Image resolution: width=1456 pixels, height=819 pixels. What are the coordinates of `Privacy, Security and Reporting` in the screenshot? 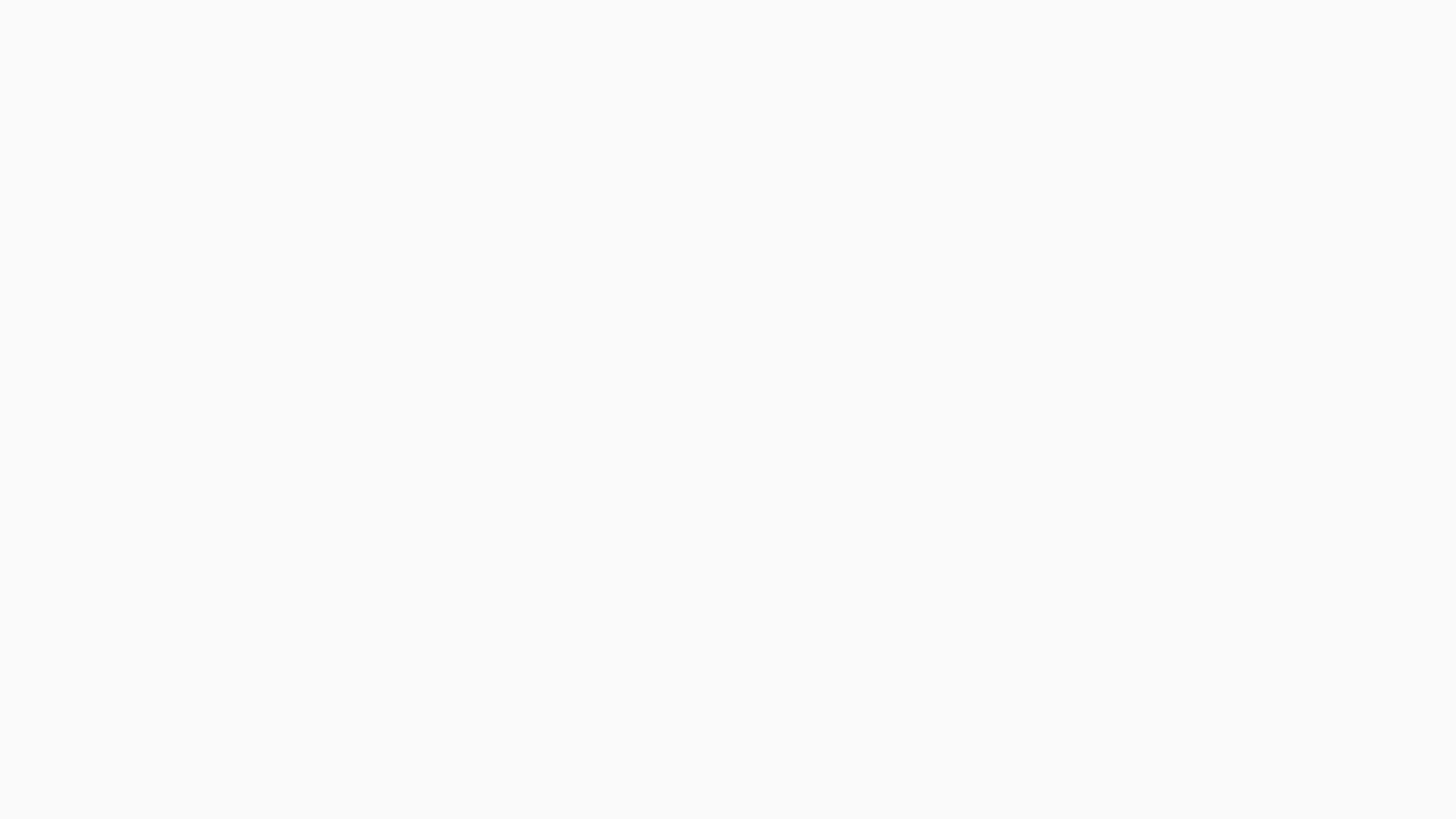 It's located at (136, 187).